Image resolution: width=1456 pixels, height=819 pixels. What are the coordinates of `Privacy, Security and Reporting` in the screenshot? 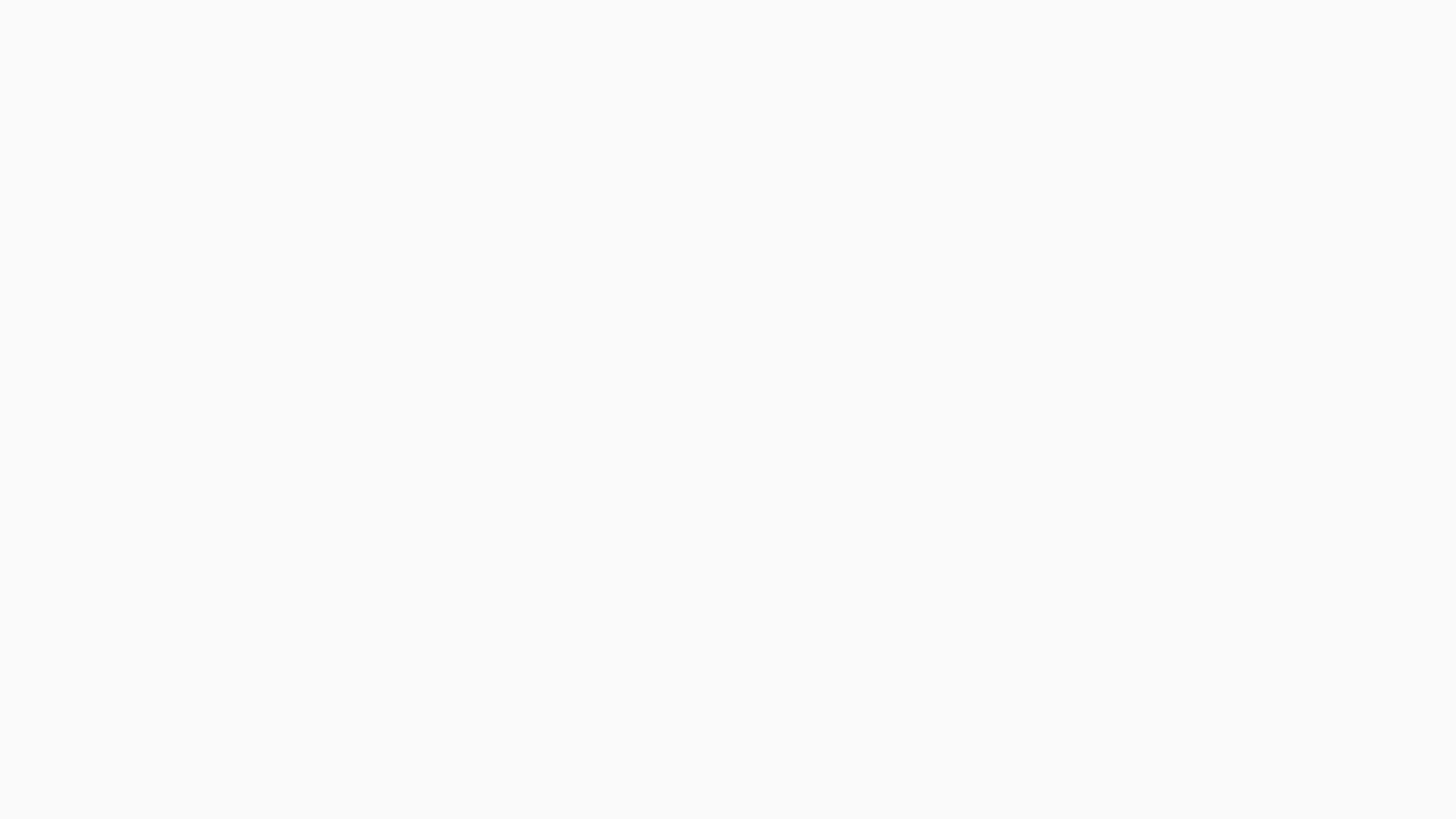 It's located at (136, 187).